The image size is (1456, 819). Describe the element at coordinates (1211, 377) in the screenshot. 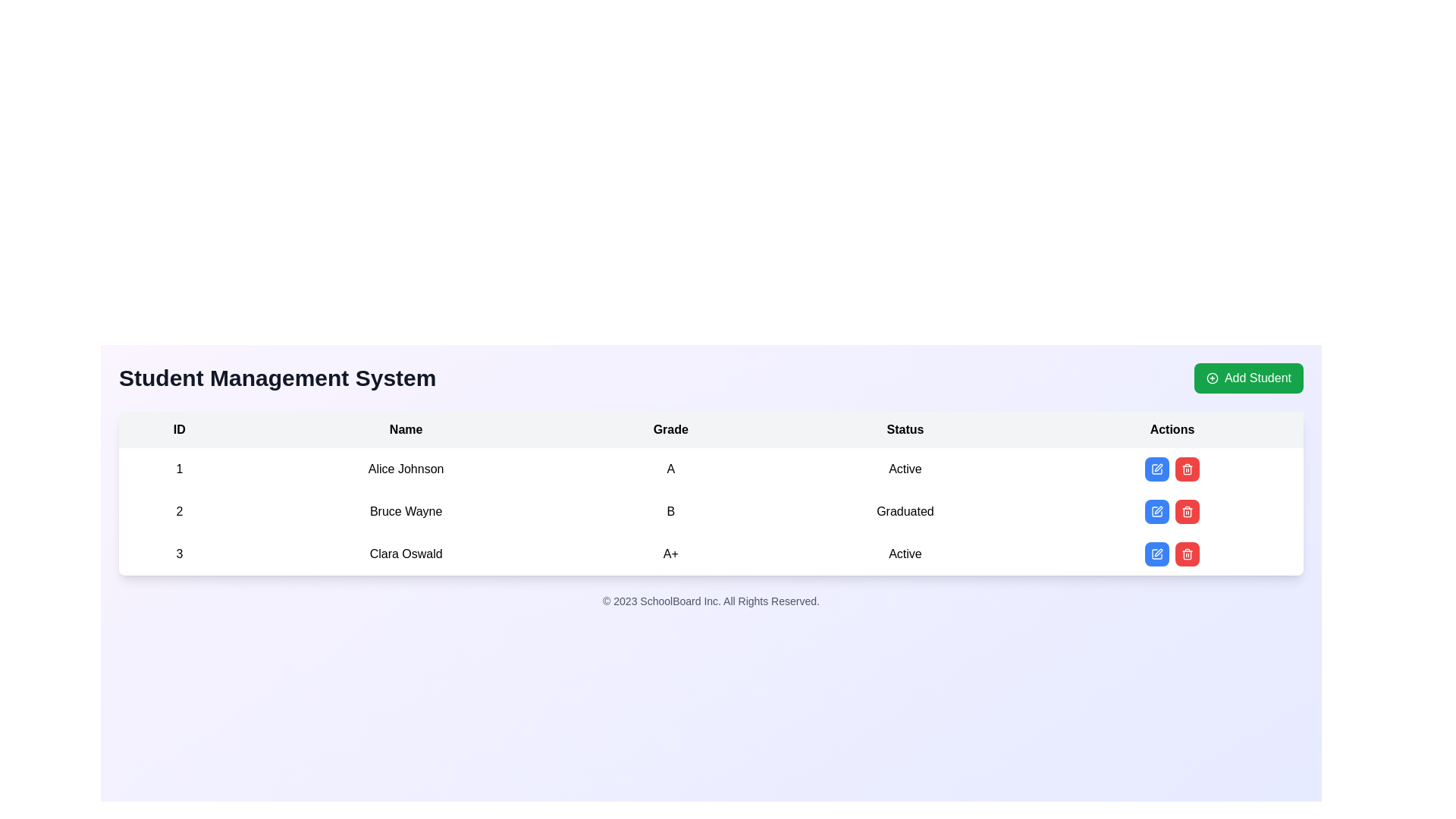

I see `the 'Add' icon located within the green 'Add Student' button at the top-right corner of the interface` at that location.